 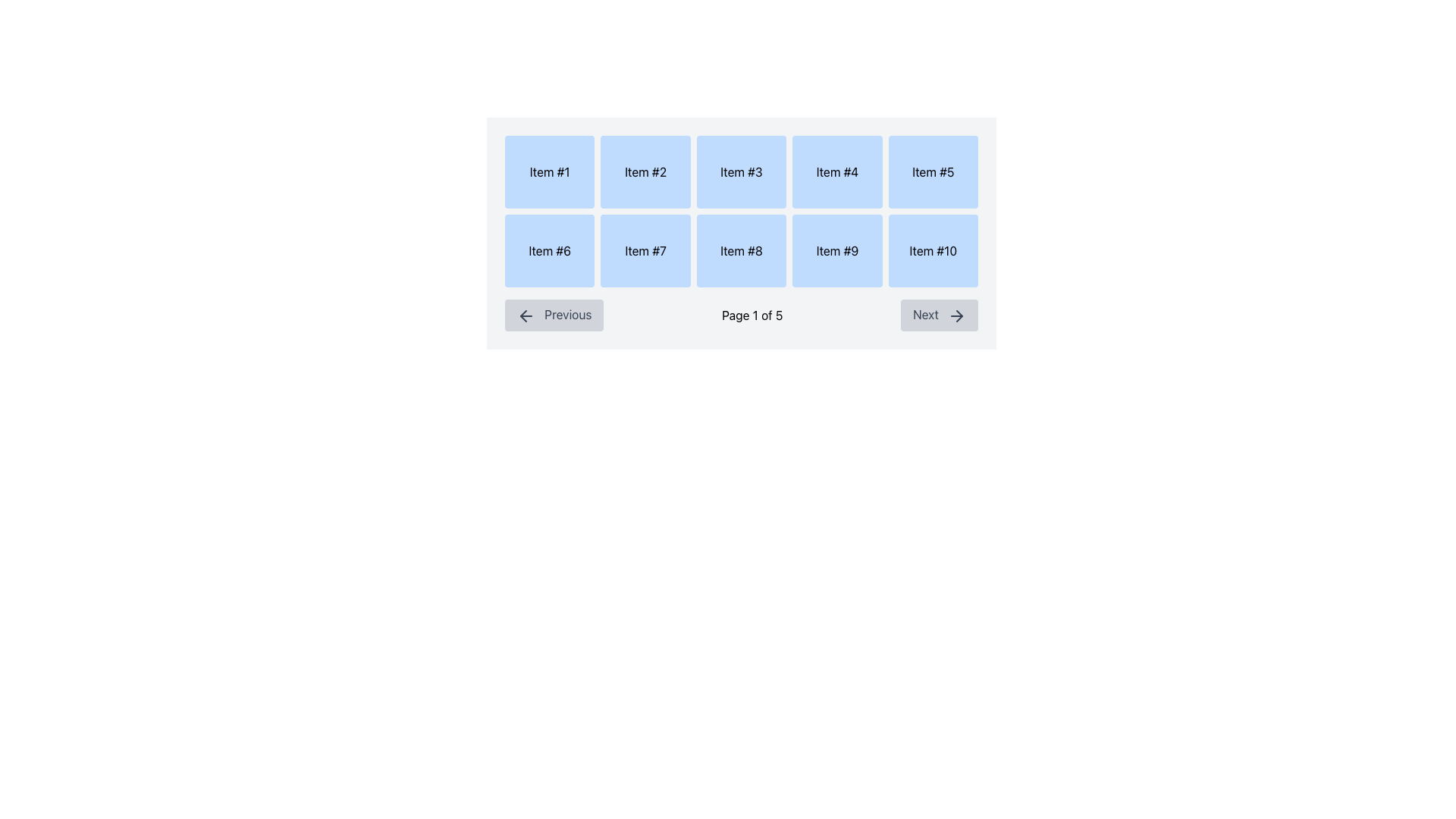 I want to click on the text label 'Item #7' which is displayed in bold black text on a light blue rectangular box, located in the first row of the second column in the grid layout, so click(x=645, y=250).